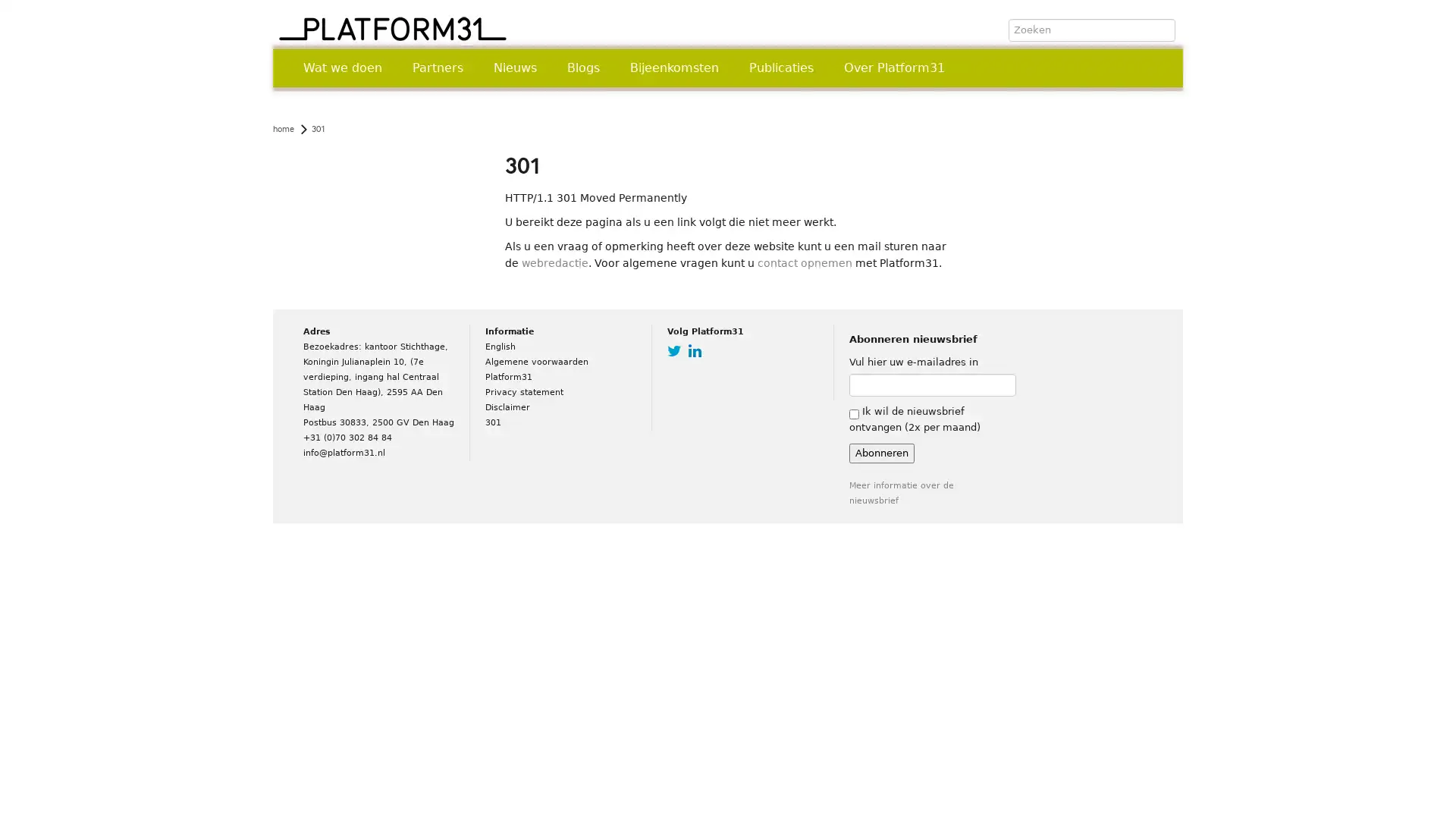 The image size is (1456, 819). I want to click on Abonneren, so click(881, 452).